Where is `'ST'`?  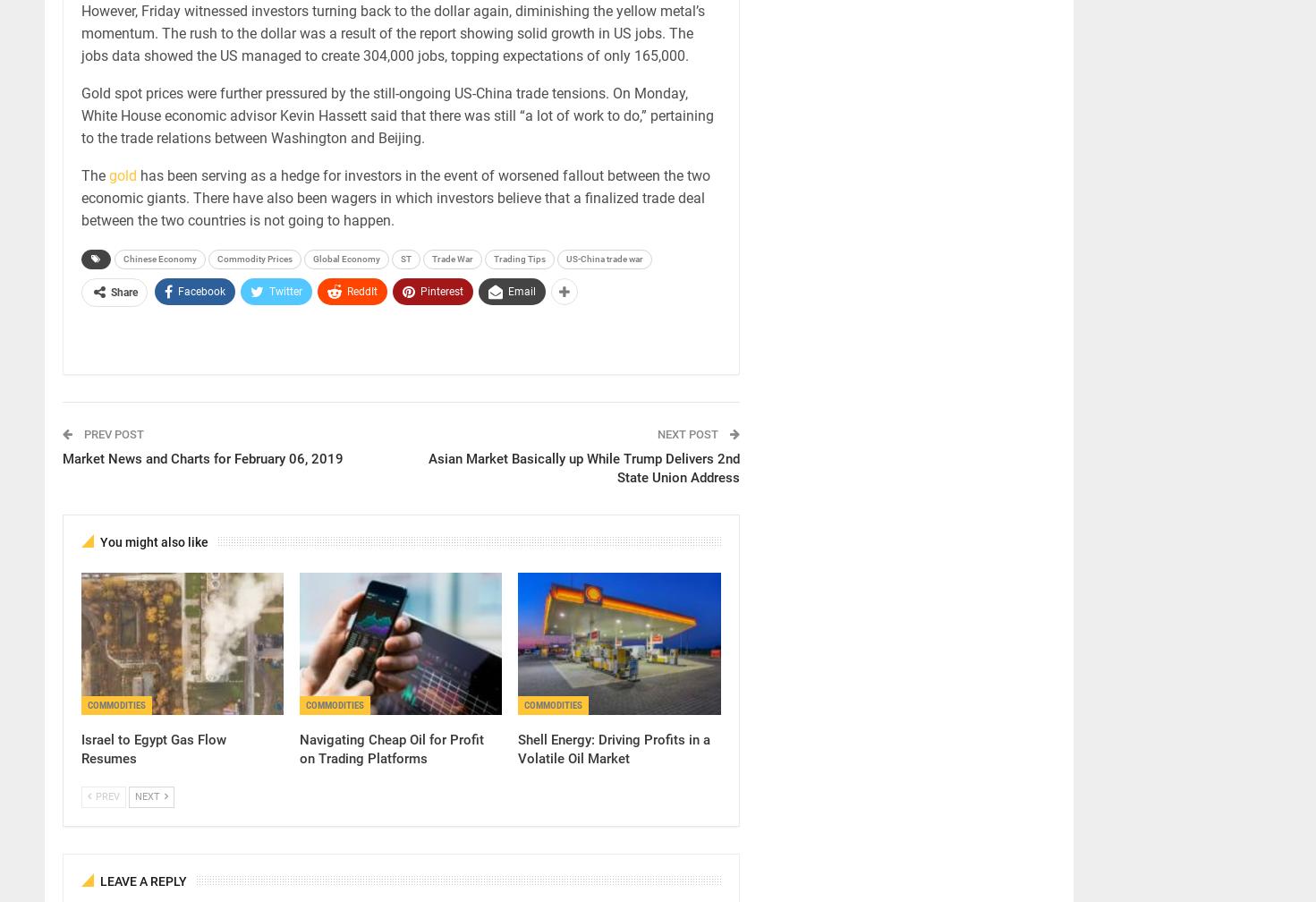
'ST' is located at coordinates (405, 259).